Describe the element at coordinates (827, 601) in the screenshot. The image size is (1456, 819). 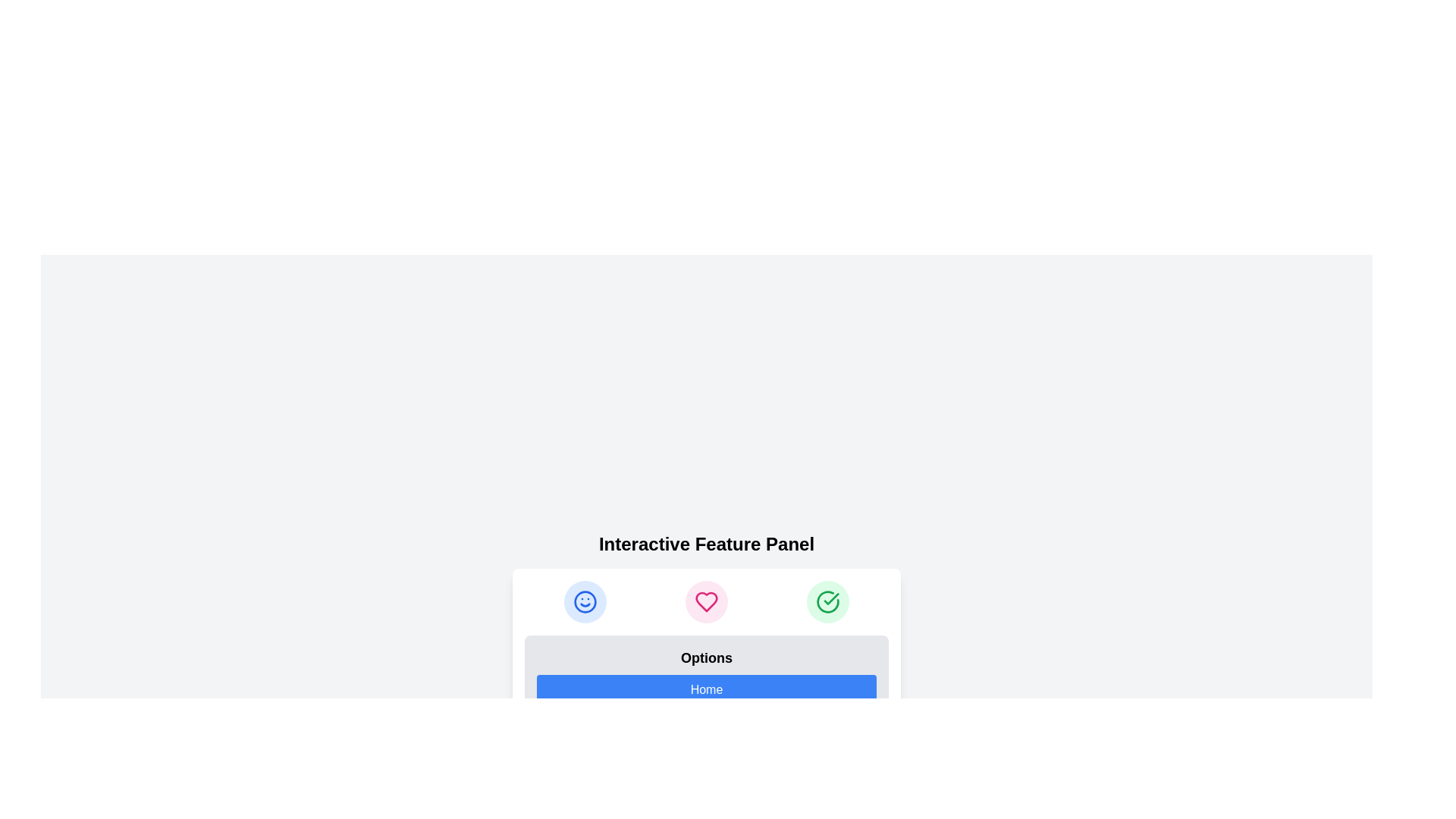
I see `the third icon in the horizontal row at the top of the interactive feature panel, which represents confirmation or success with a checkmark symbol` at that location.